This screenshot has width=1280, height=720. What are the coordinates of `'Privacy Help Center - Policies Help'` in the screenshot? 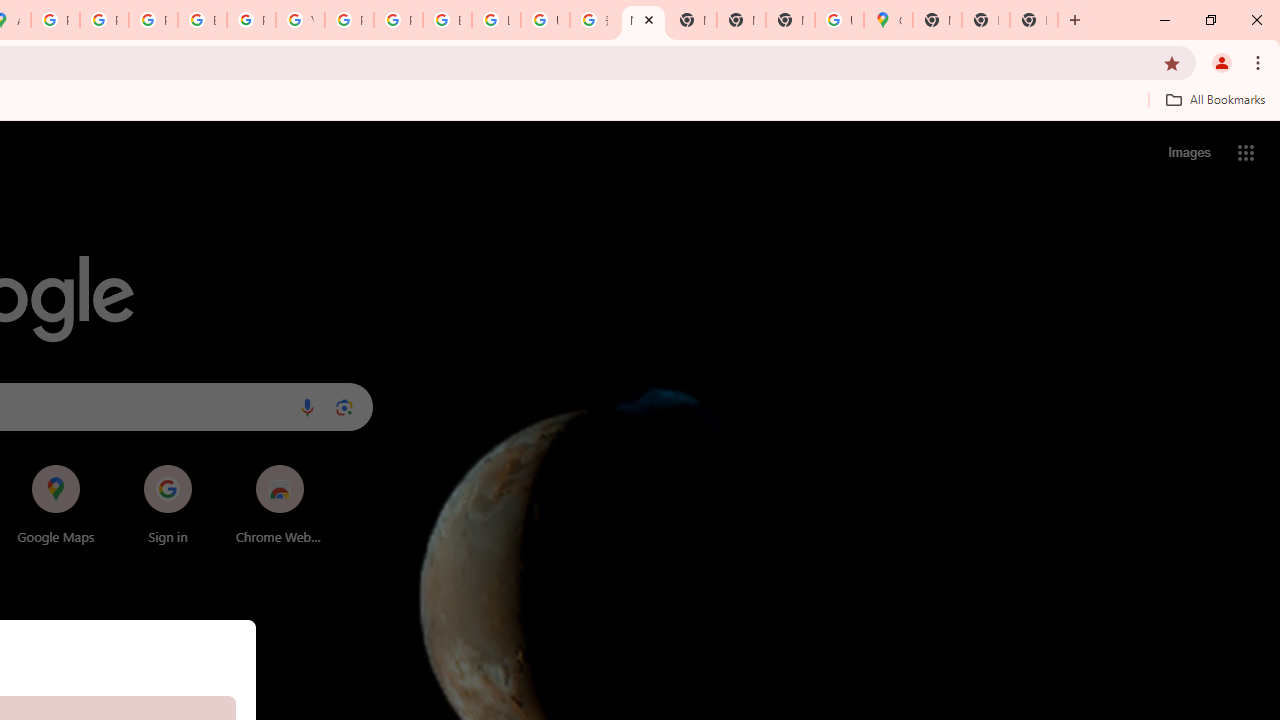 It's located at (152, 20).